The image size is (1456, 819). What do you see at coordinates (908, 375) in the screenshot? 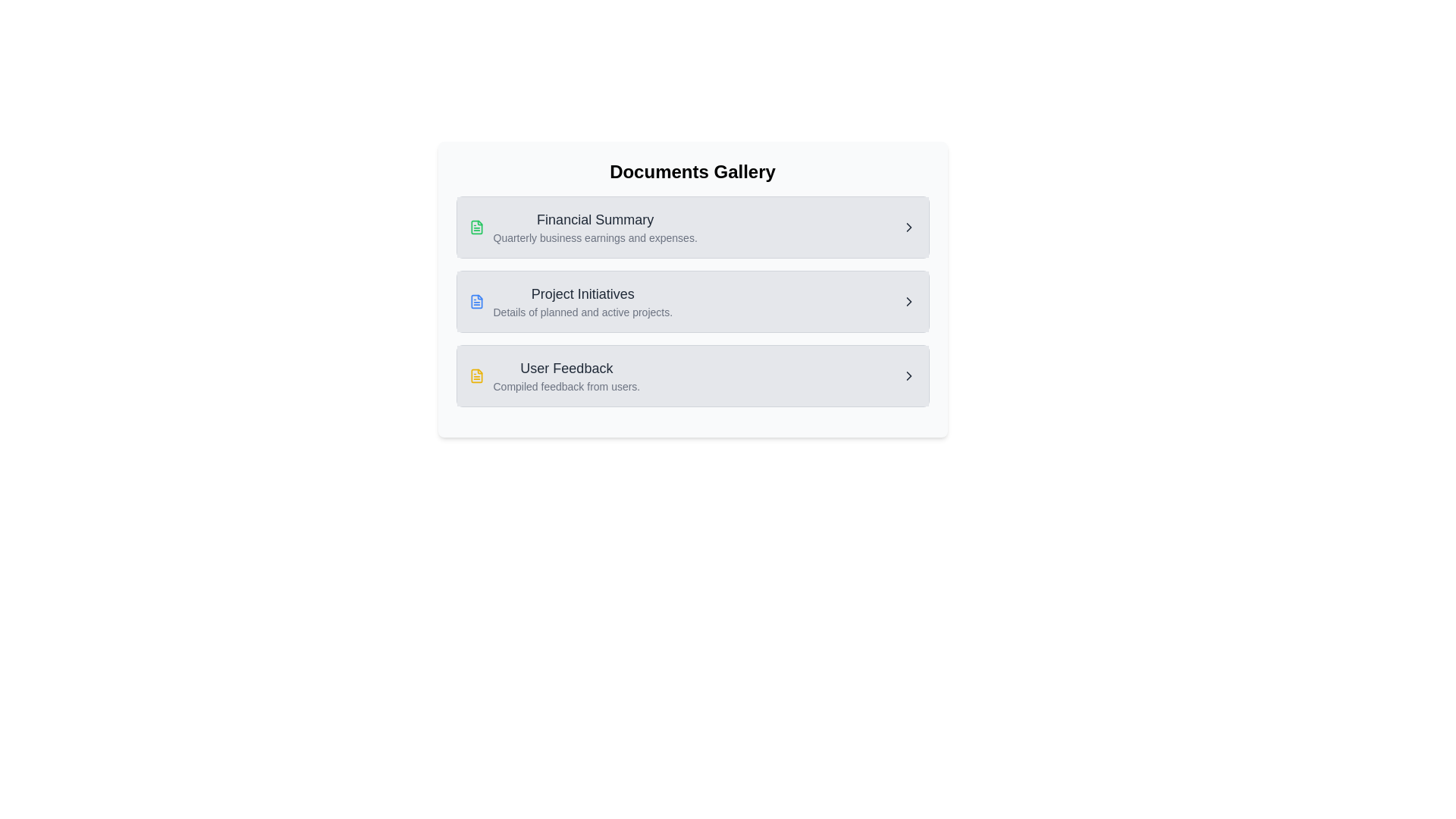
I see `the right-pointing chevron icon at the end of the 'User Feedback' list item in the 'Documents Gallery' interface` at bounding box center [908, 375].